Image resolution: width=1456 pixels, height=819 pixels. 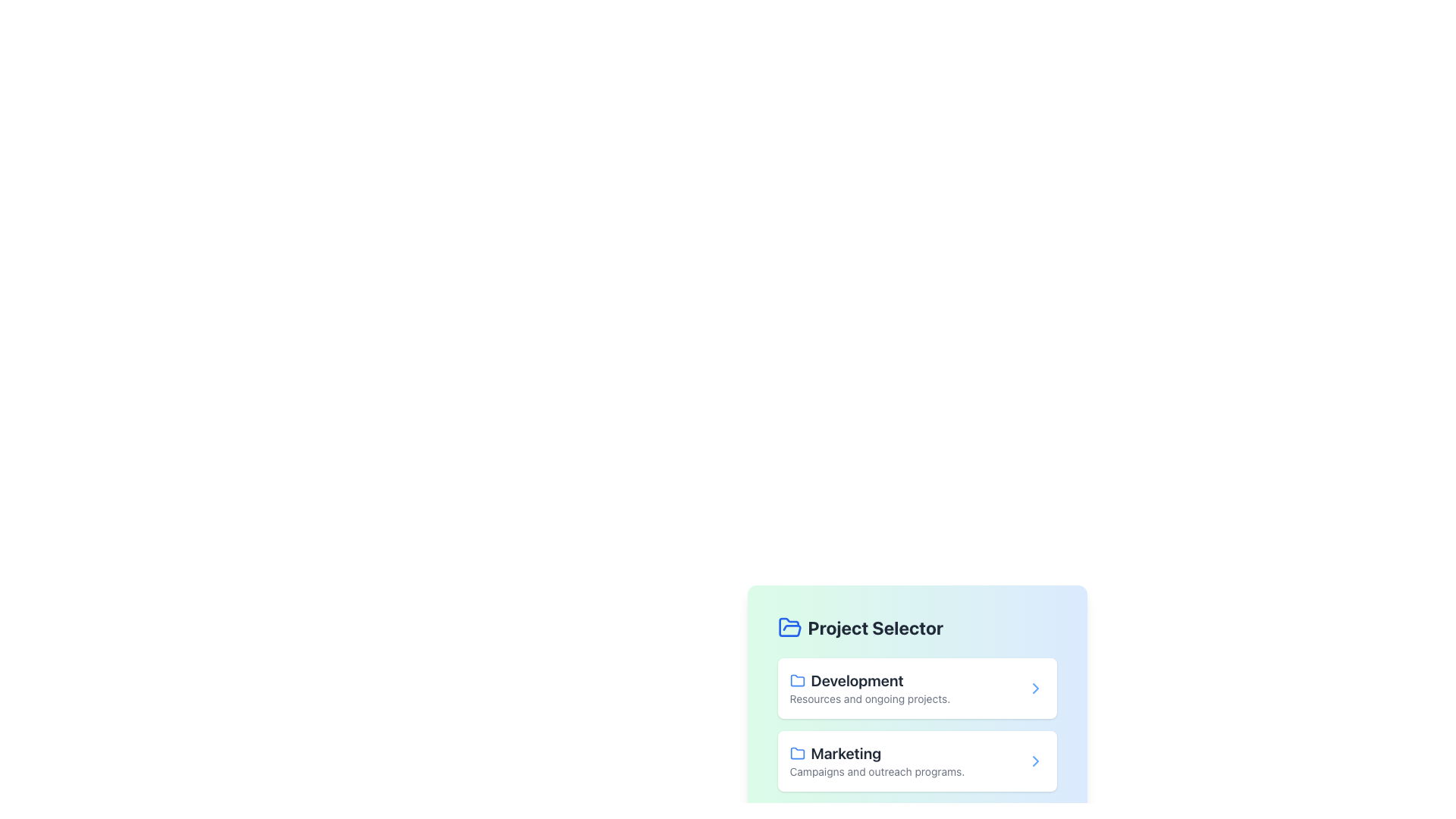 What do you see at coordinates (870, 688) in the screenshot?
I see `the 'Development' card within the 'Project Selector' section` at bounding box center [870, 688].